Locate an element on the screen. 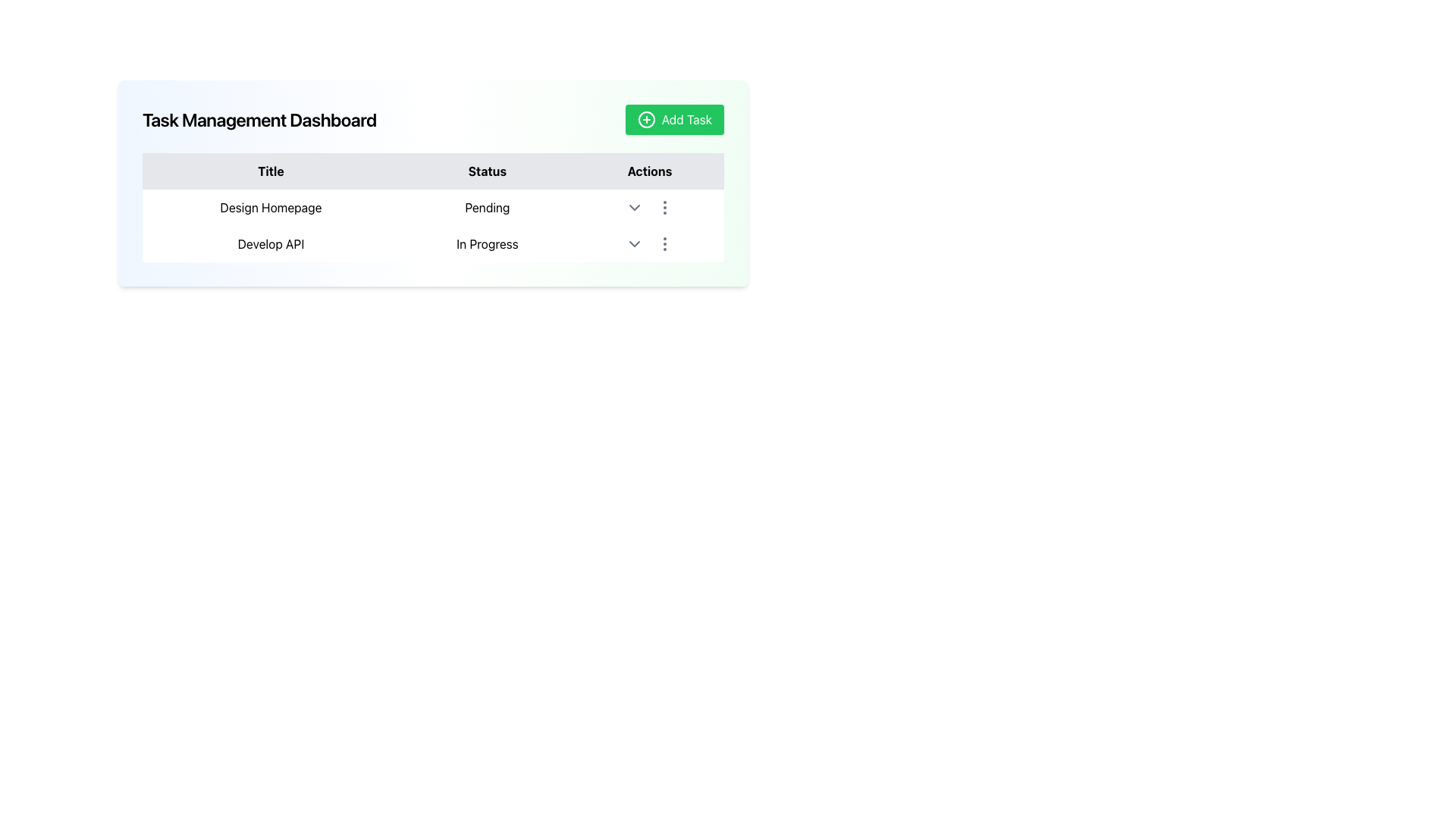  the green circular graphical icon with a white plus sign centered inside it, located to the left of the 'Add Task' button in the task management dashboard is located at coordinates (646, 119).